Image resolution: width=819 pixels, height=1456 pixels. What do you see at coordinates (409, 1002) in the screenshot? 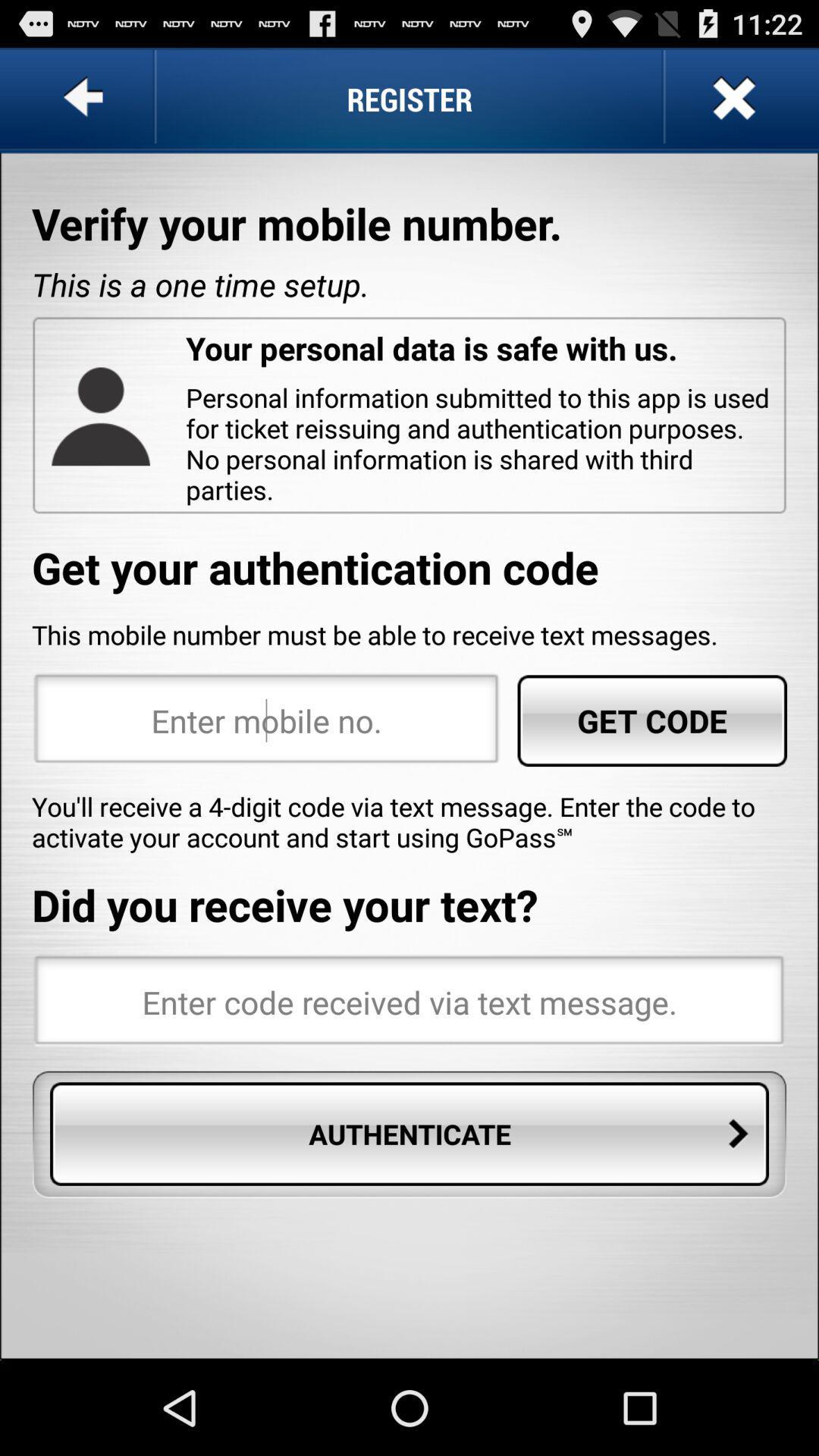
I see `the code` at bounding box center [409, 1002].